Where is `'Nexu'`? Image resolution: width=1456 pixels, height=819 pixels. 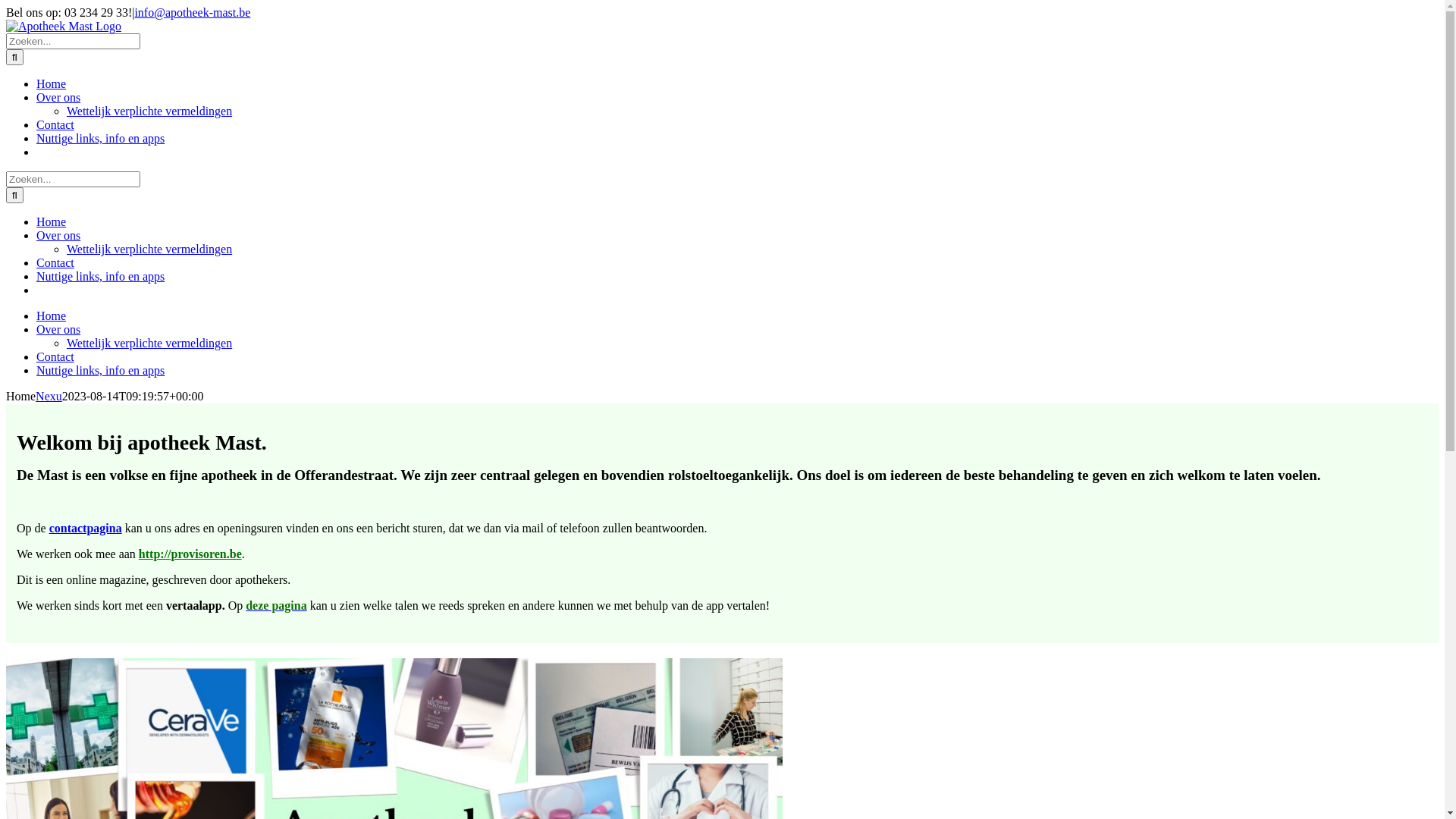 'Nexu' is located at coordinates (49, 395).